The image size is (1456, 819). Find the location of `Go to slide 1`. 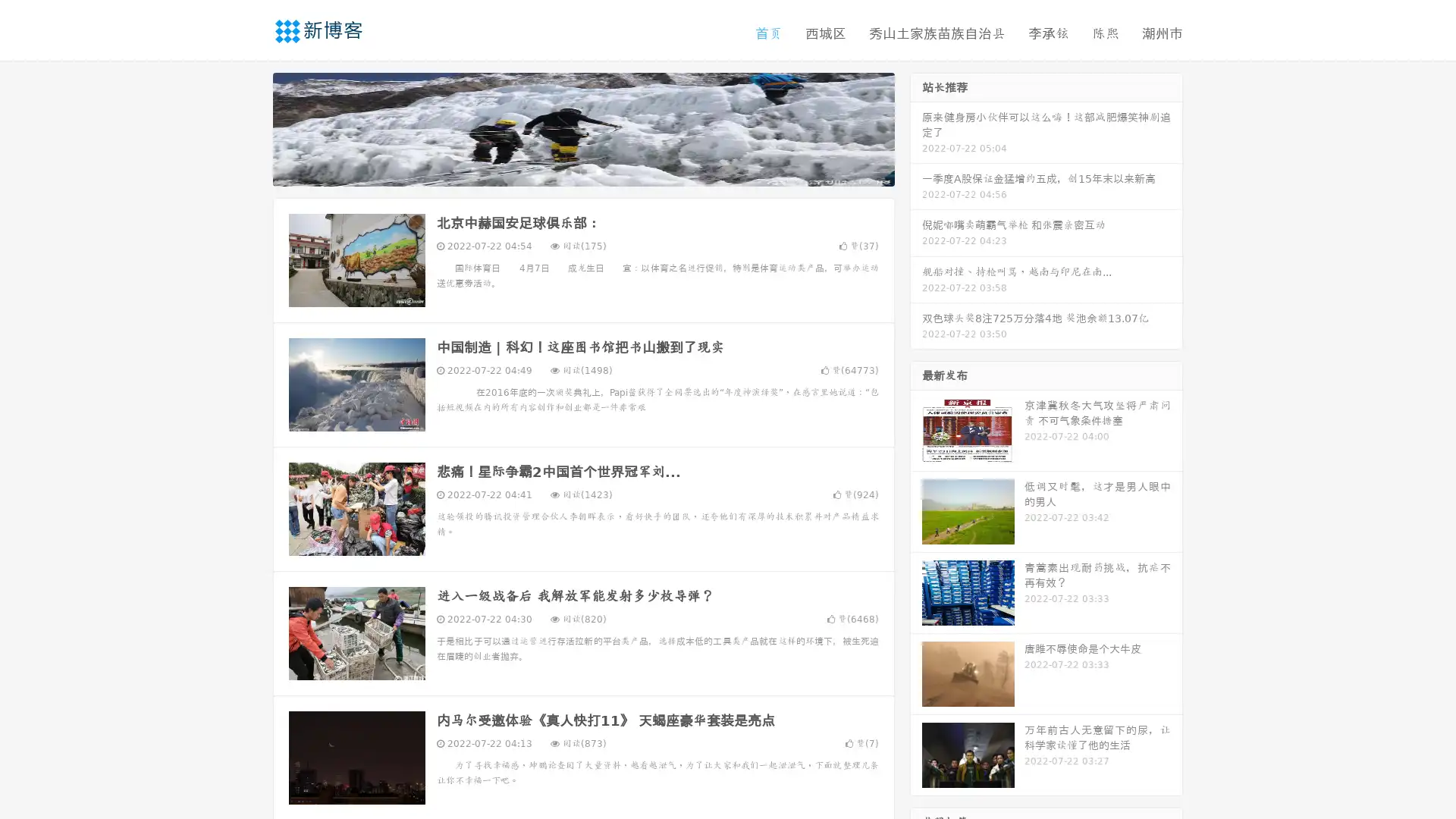

Go to slide 1 is located at coordinates (567, 171).